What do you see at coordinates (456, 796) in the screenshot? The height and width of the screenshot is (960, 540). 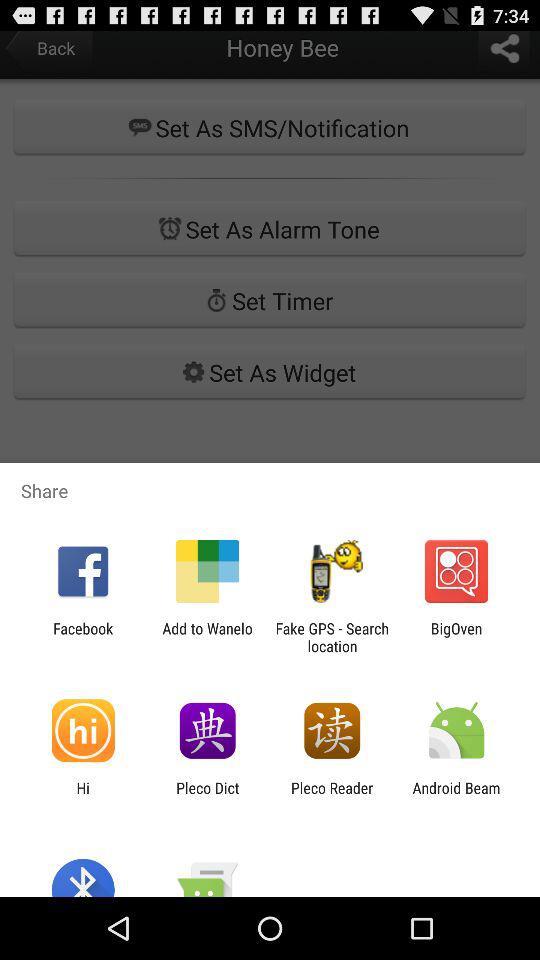 I see `item next to the pleco reader` at bounding box center [456, 796].